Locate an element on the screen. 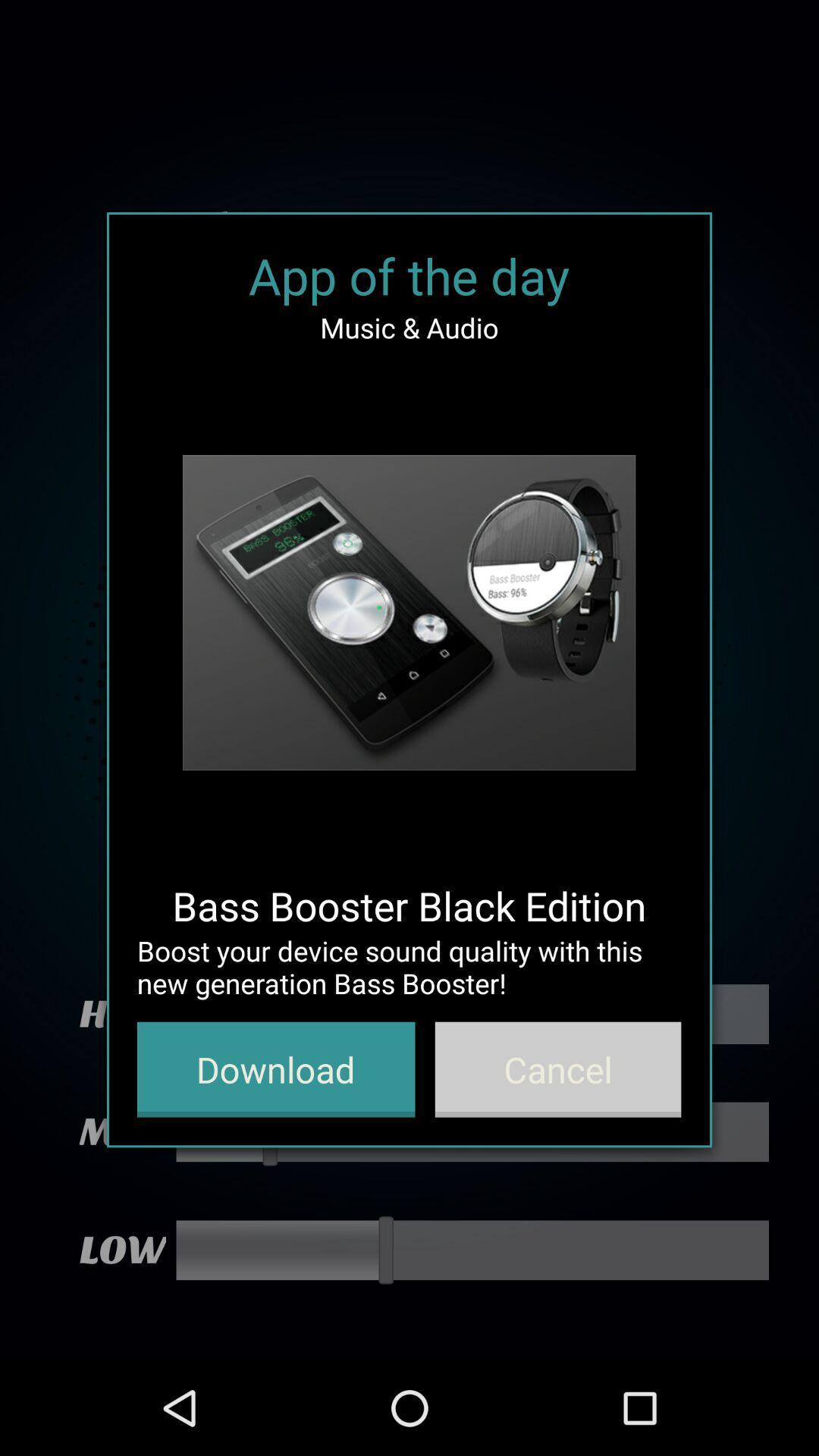 The width and height of the screenshot is (819, 1456). download item is located at coordinates (276, 1068).